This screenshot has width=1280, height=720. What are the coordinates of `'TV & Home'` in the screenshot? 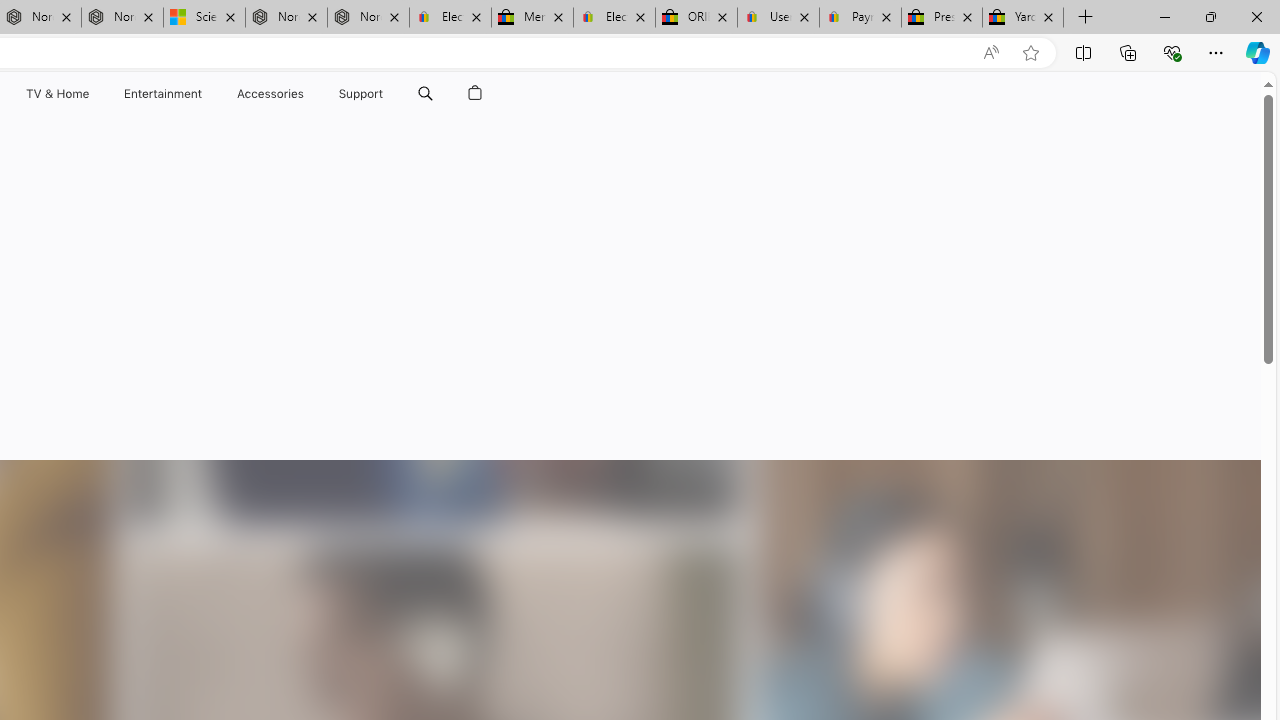 It's located at (56, 93).